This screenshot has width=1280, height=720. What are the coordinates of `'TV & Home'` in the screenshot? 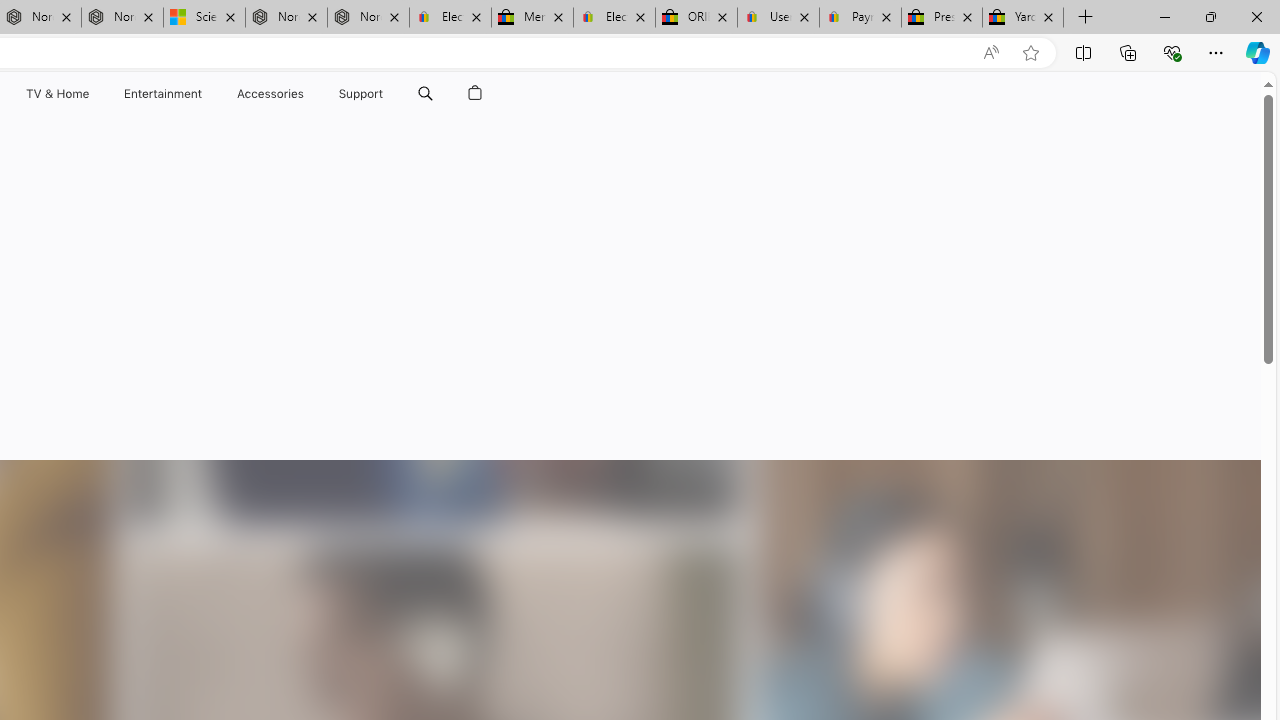 It's located at (56, 93).